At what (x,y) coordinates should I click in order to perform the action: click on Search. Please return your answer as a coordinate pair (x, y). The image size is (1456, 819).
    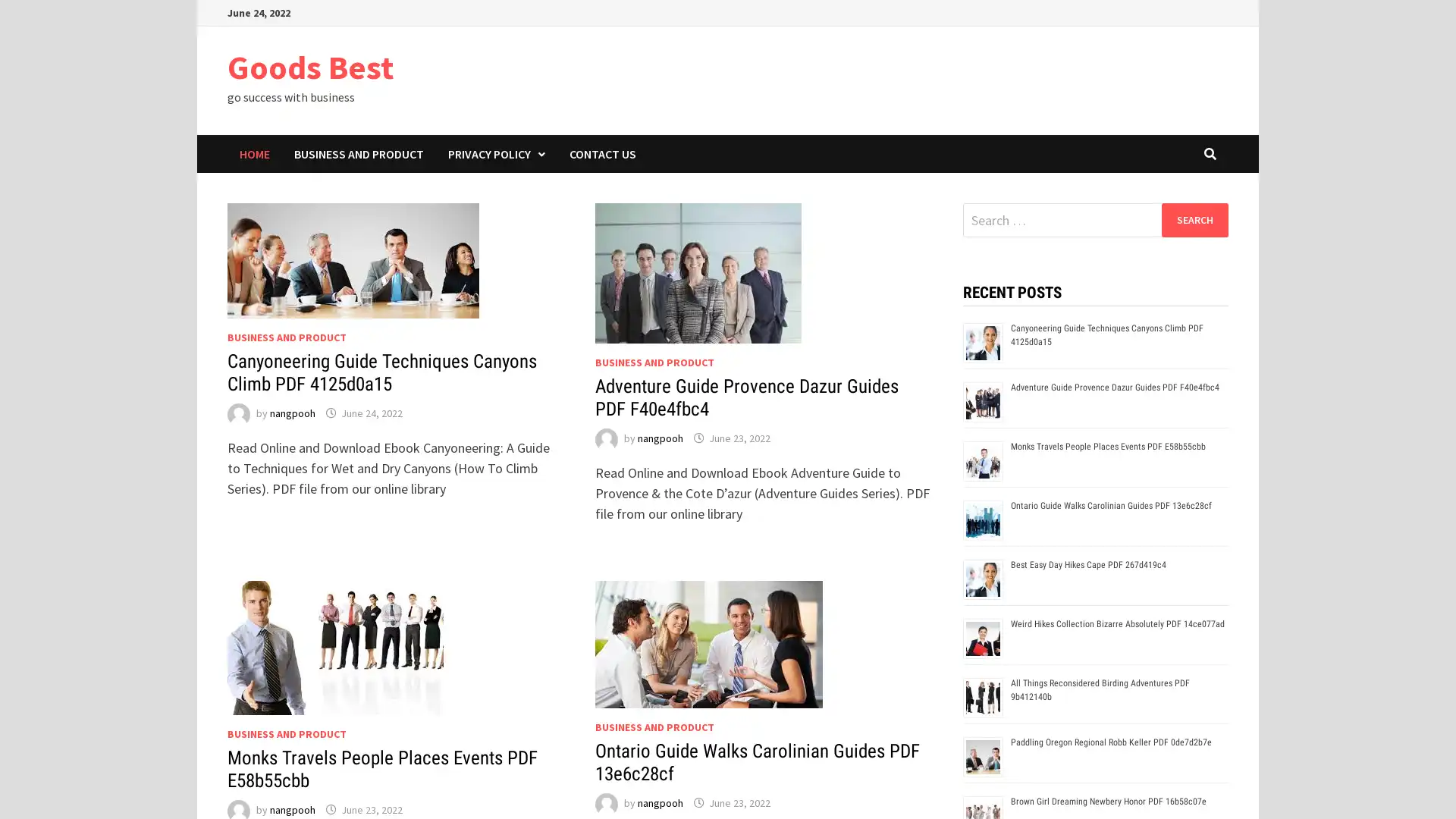
    Looking at the image, I should click on (1194, 219).